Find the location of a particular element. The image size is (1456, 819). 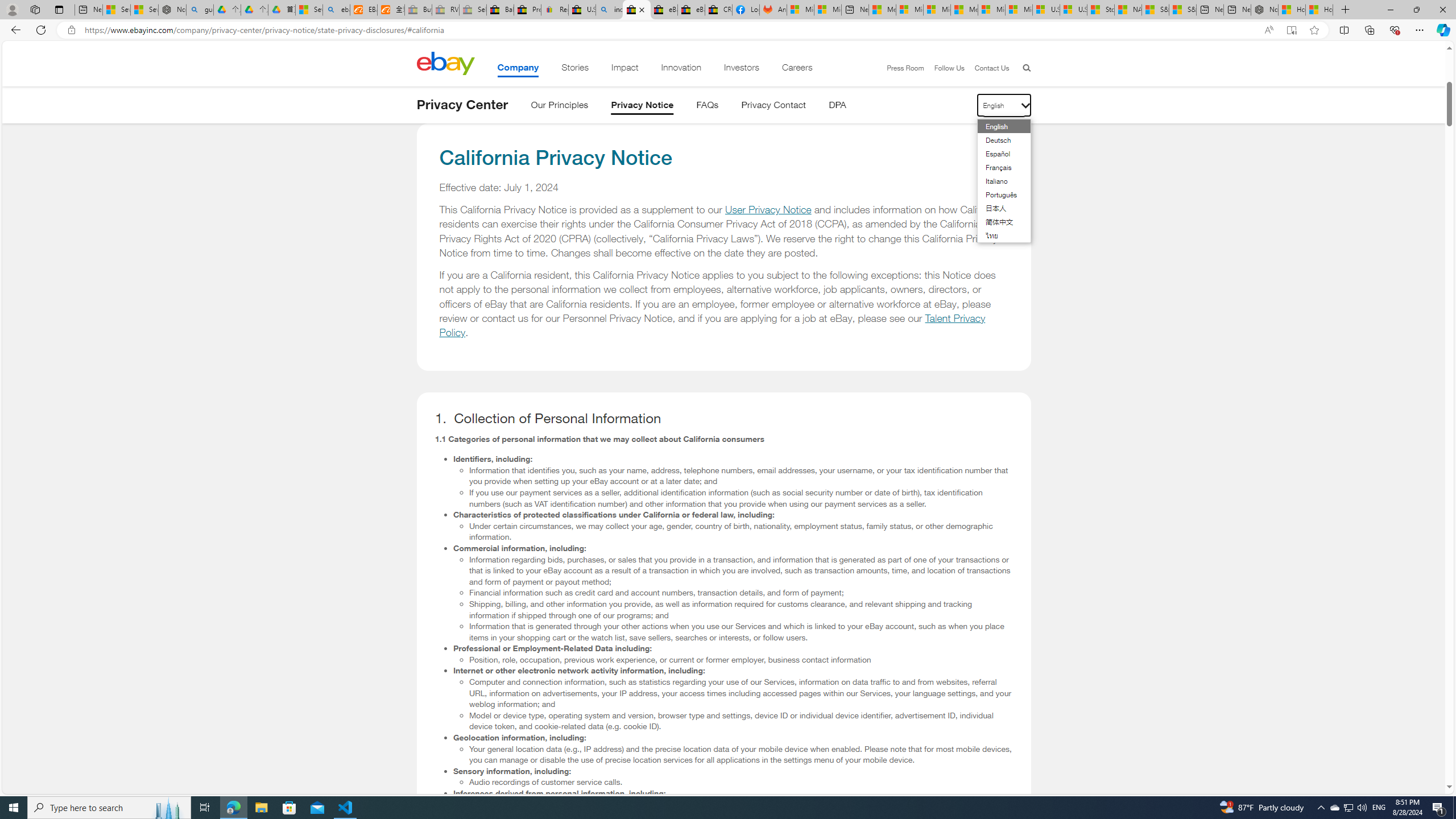

'Baby Keepsakes & Announcements for sale | eBay' is located at coordinates (500, 9).